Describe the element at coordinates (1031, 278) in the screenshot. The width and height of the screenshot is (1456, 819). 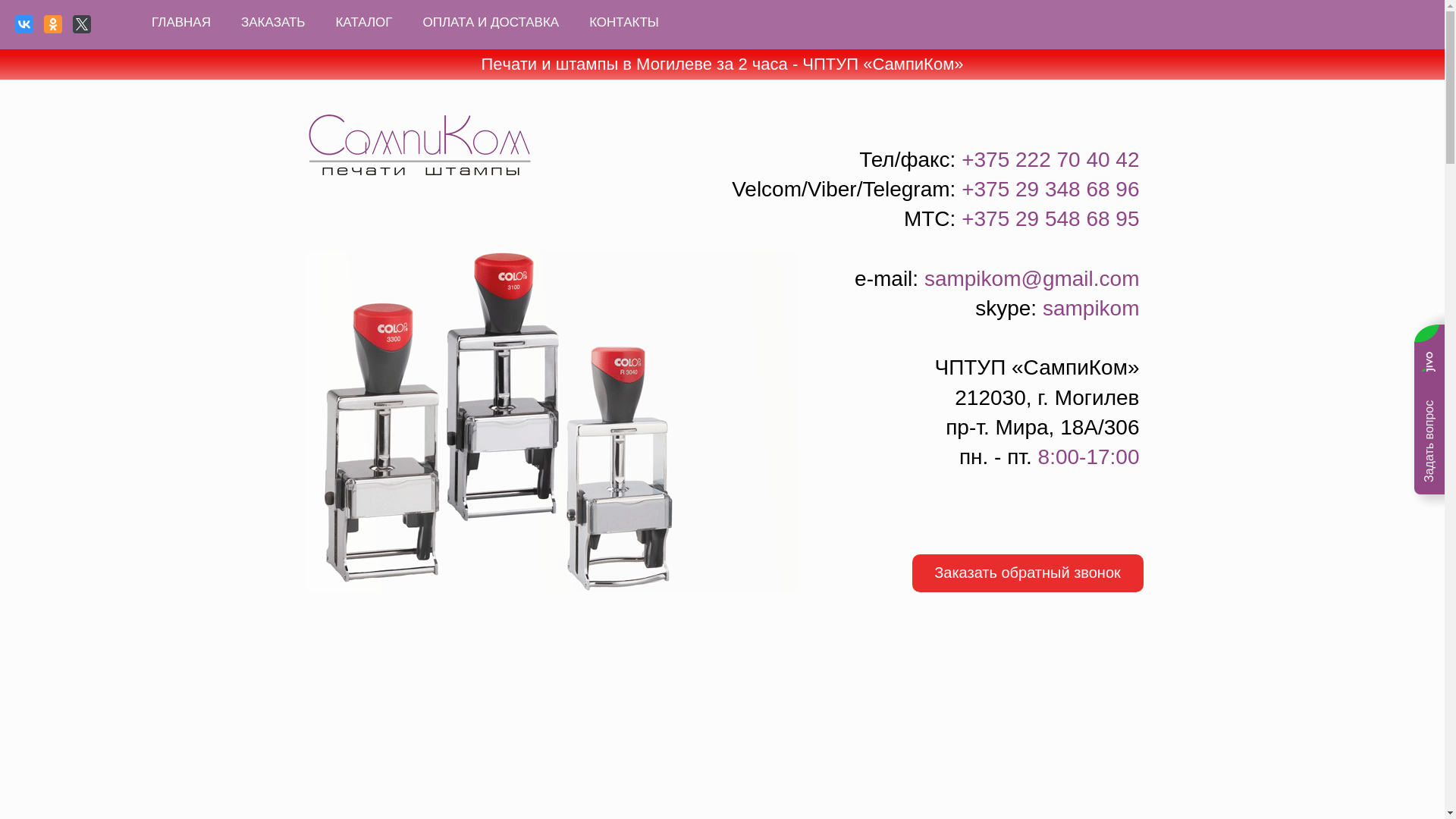
I see `'sampikom@gmail.com'` at that location.